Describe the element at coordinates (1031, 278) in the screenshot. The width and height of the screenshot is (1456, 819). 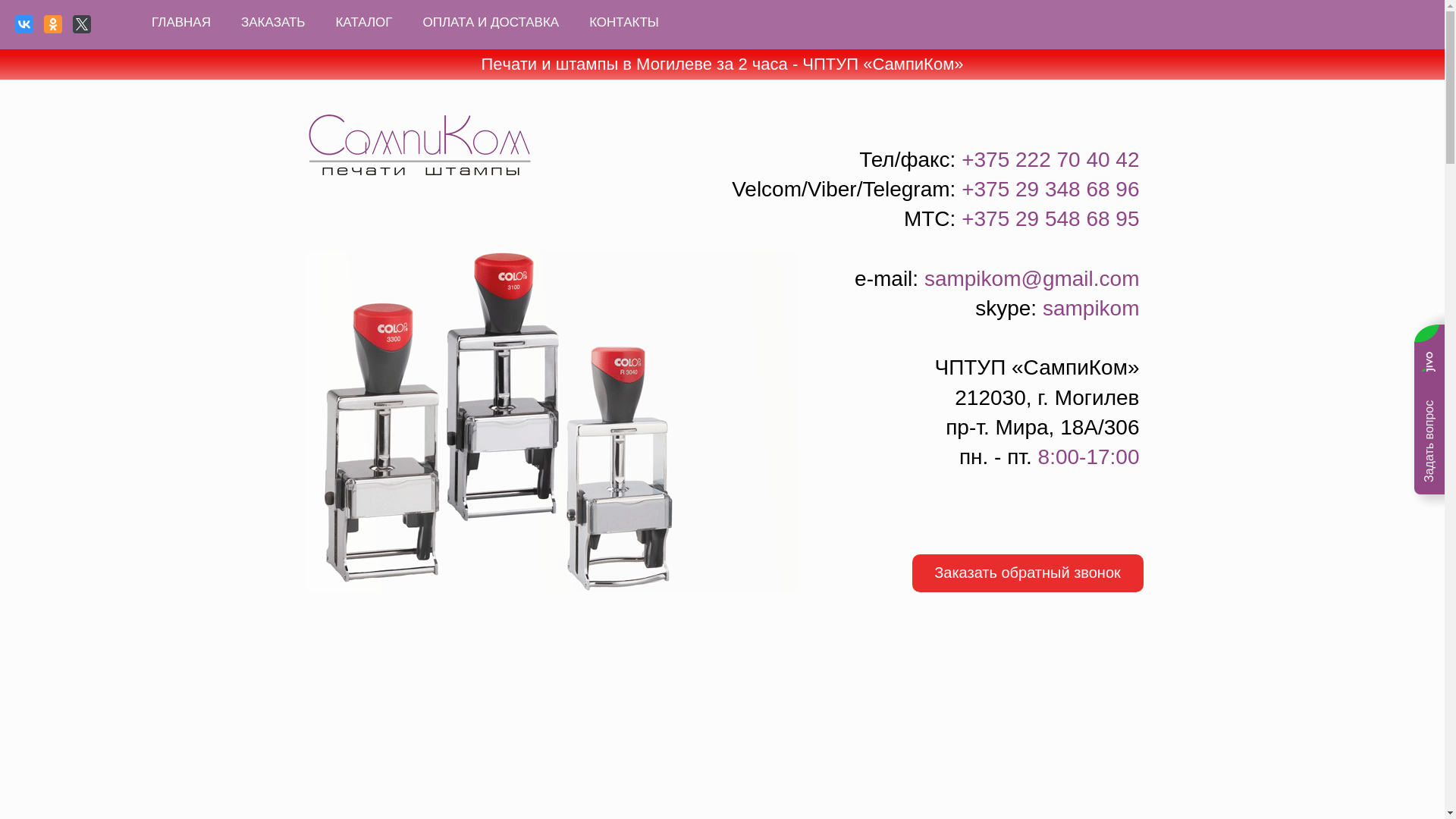
I see `'sampikom@gmail.com'` at that location.